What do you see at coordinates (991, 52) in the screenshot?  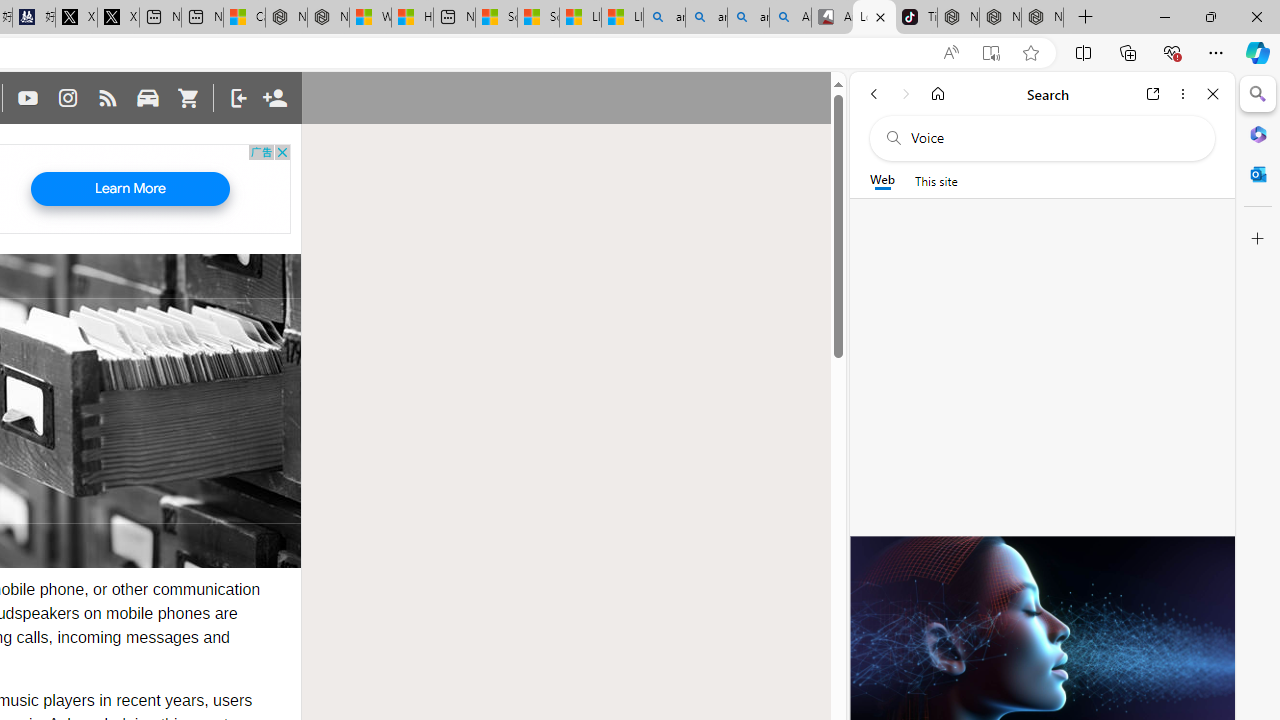 I see `'Enter Immersive Reader (F9)'` at bounding box center [991, 52].